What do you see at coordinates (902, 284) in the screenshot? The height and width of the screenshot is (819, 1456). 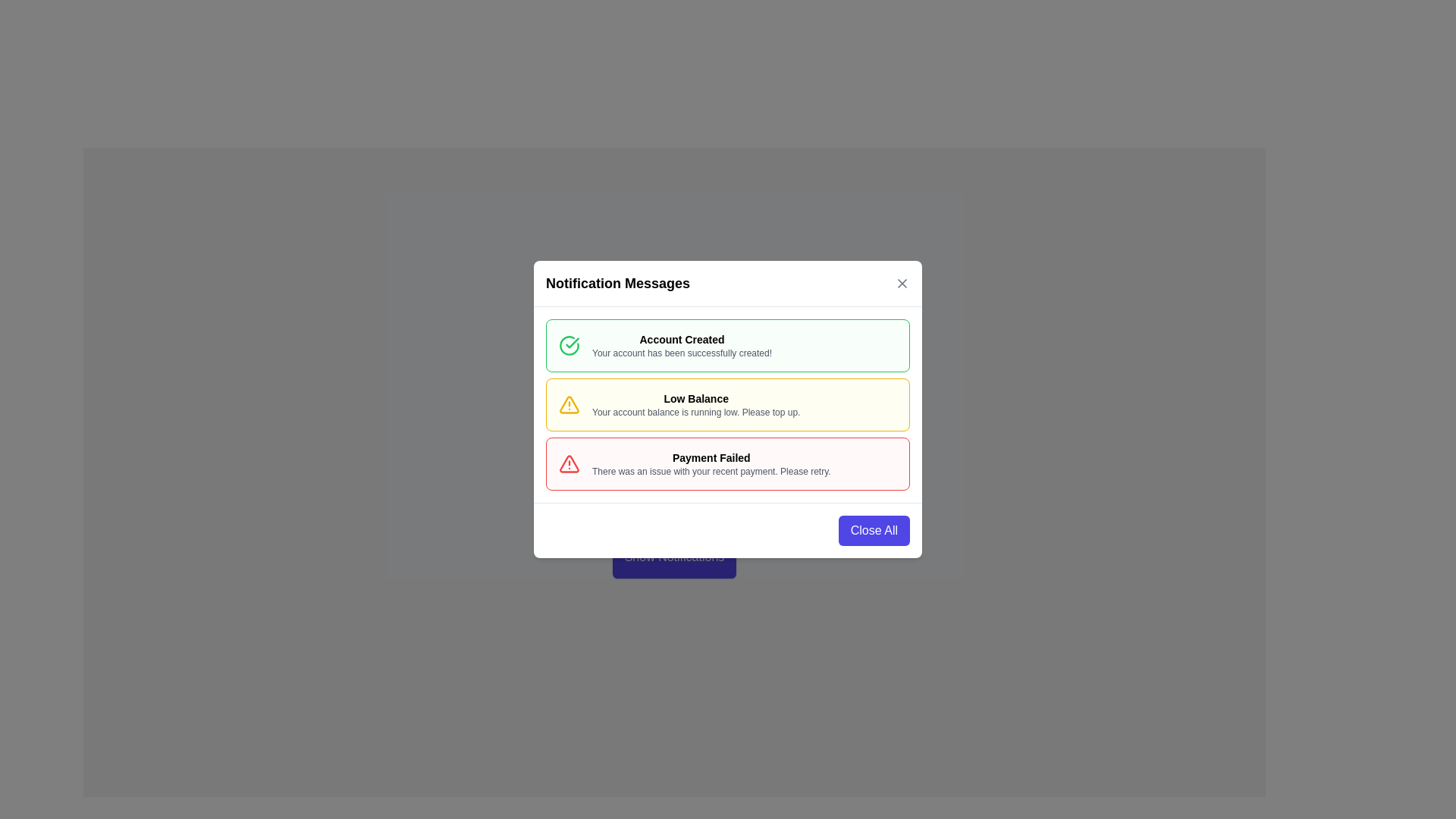 I see `the 'X' icon in the top-right corner of the 'Notification Messages' modal` at bounding box center [902, 284].